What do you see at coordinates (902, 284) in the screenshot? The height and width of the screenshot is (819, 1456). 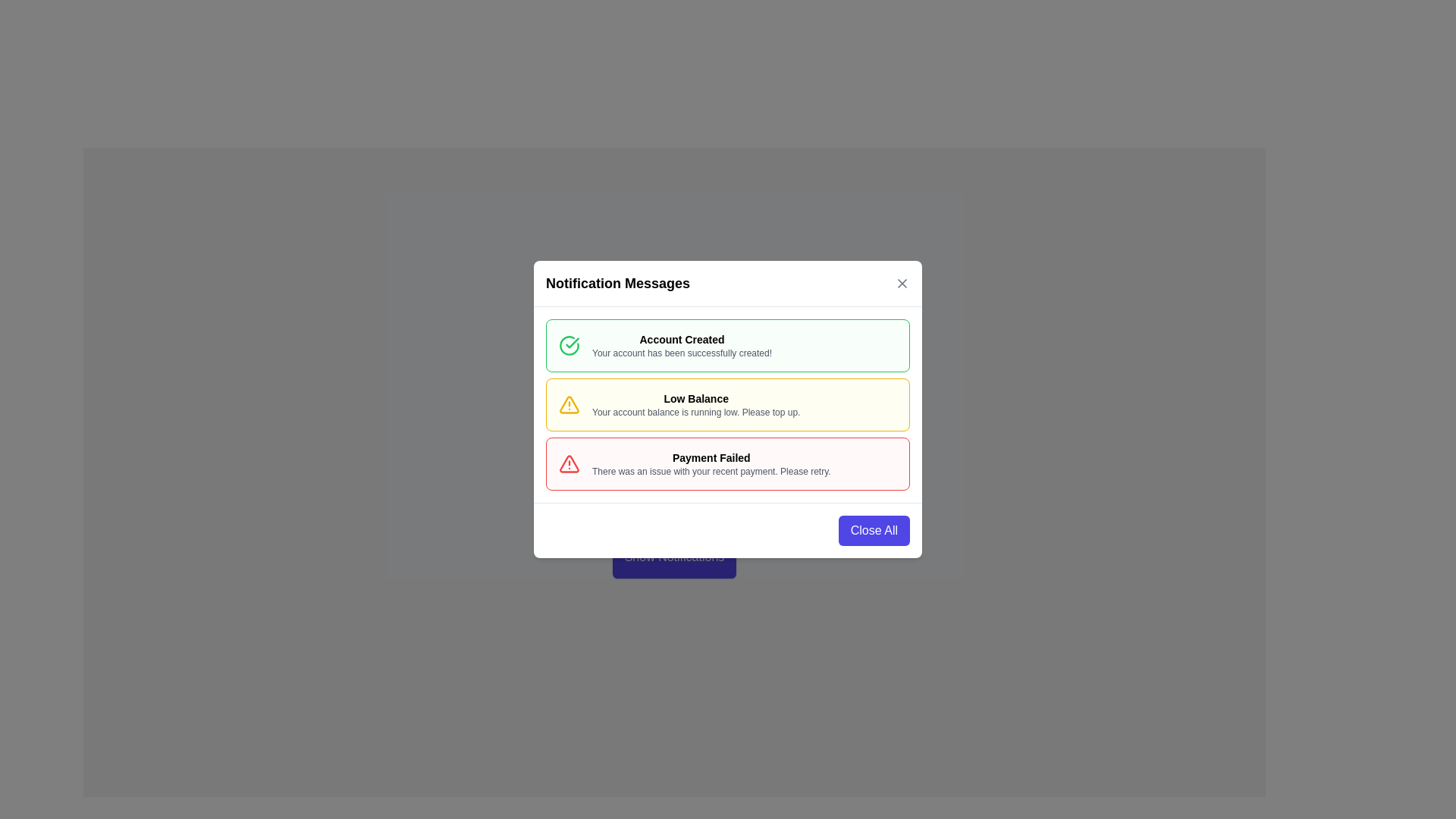 I see `the 'X' icon in the top-right corner of the 'Notification Messages' modal` at bounding box center [902, 284].